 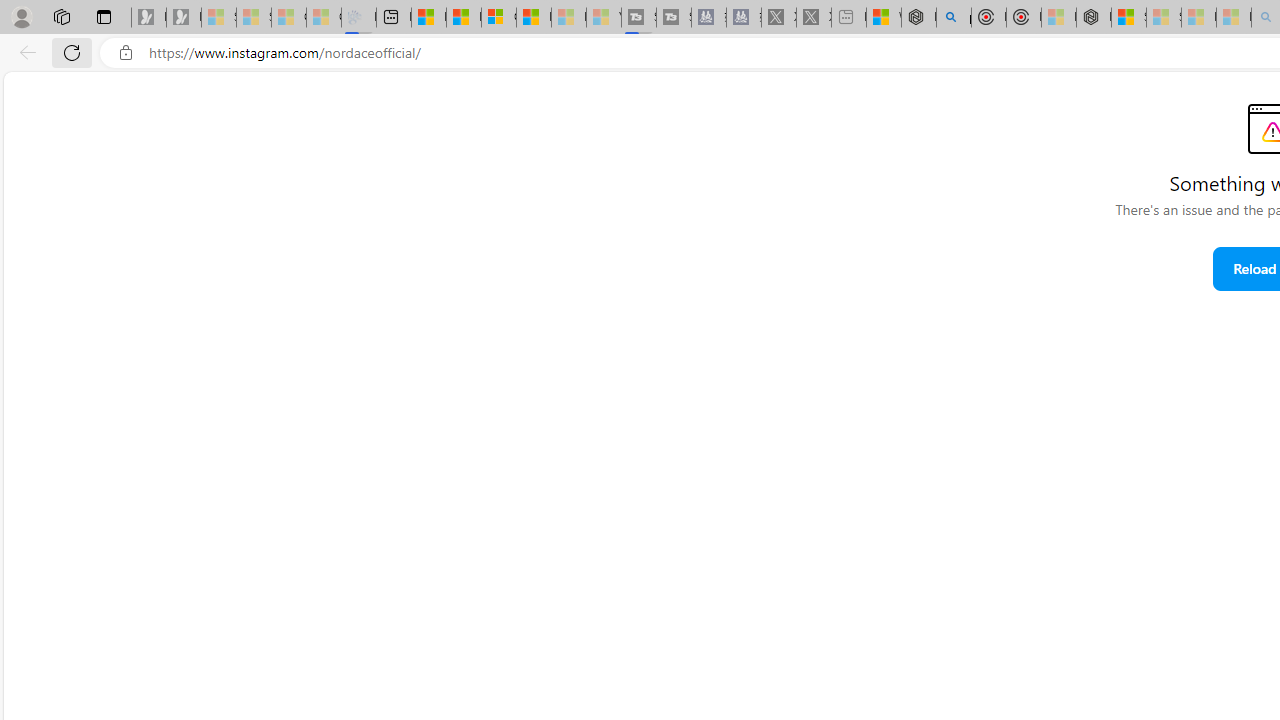 What do you see at coordinates (814, 17) in the screenshot?
I see `'X - Sleeping'` at bounding box center [814, 17].